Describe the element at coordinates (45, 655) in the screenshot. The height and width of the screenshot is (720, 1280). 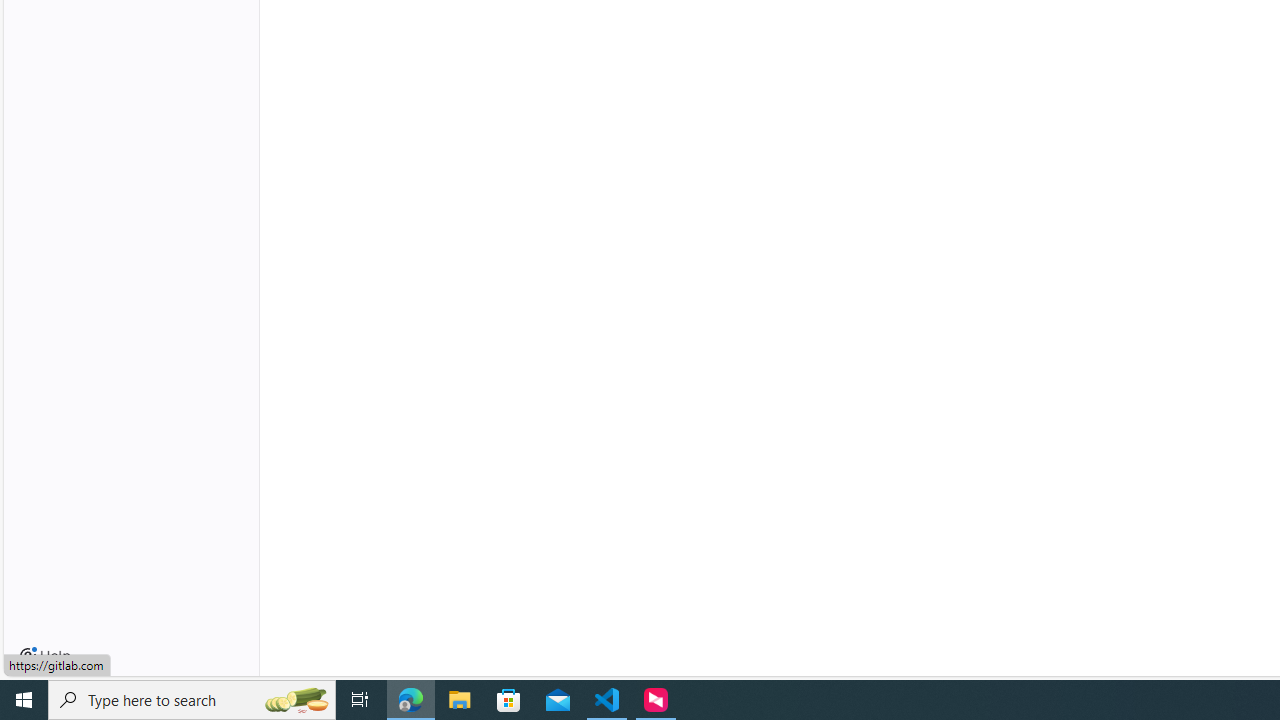
I see `'Help'` at that location.